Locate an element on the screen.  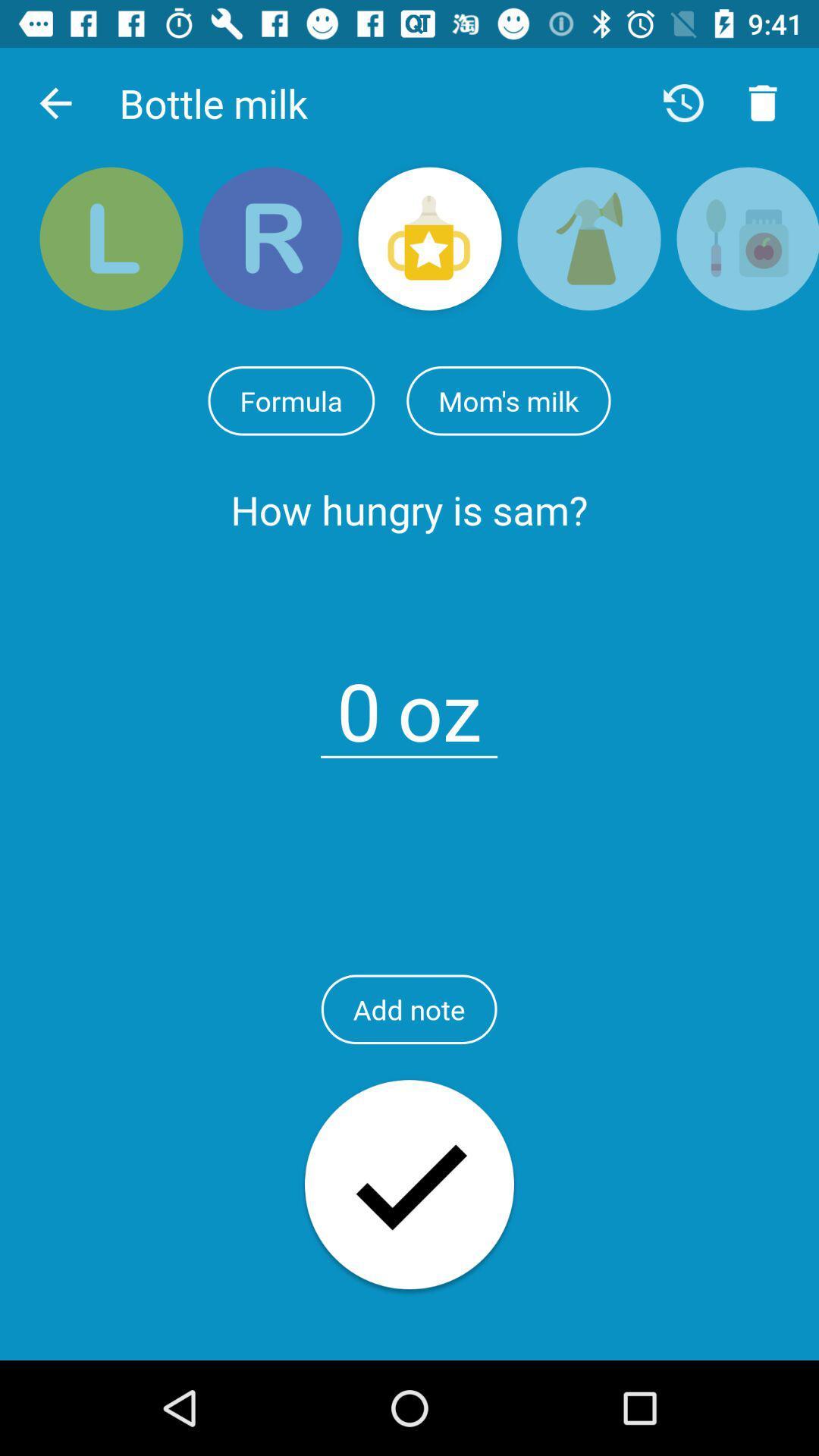
the icon to the left of the bottle milk icon is located at coordinates (55, 102).